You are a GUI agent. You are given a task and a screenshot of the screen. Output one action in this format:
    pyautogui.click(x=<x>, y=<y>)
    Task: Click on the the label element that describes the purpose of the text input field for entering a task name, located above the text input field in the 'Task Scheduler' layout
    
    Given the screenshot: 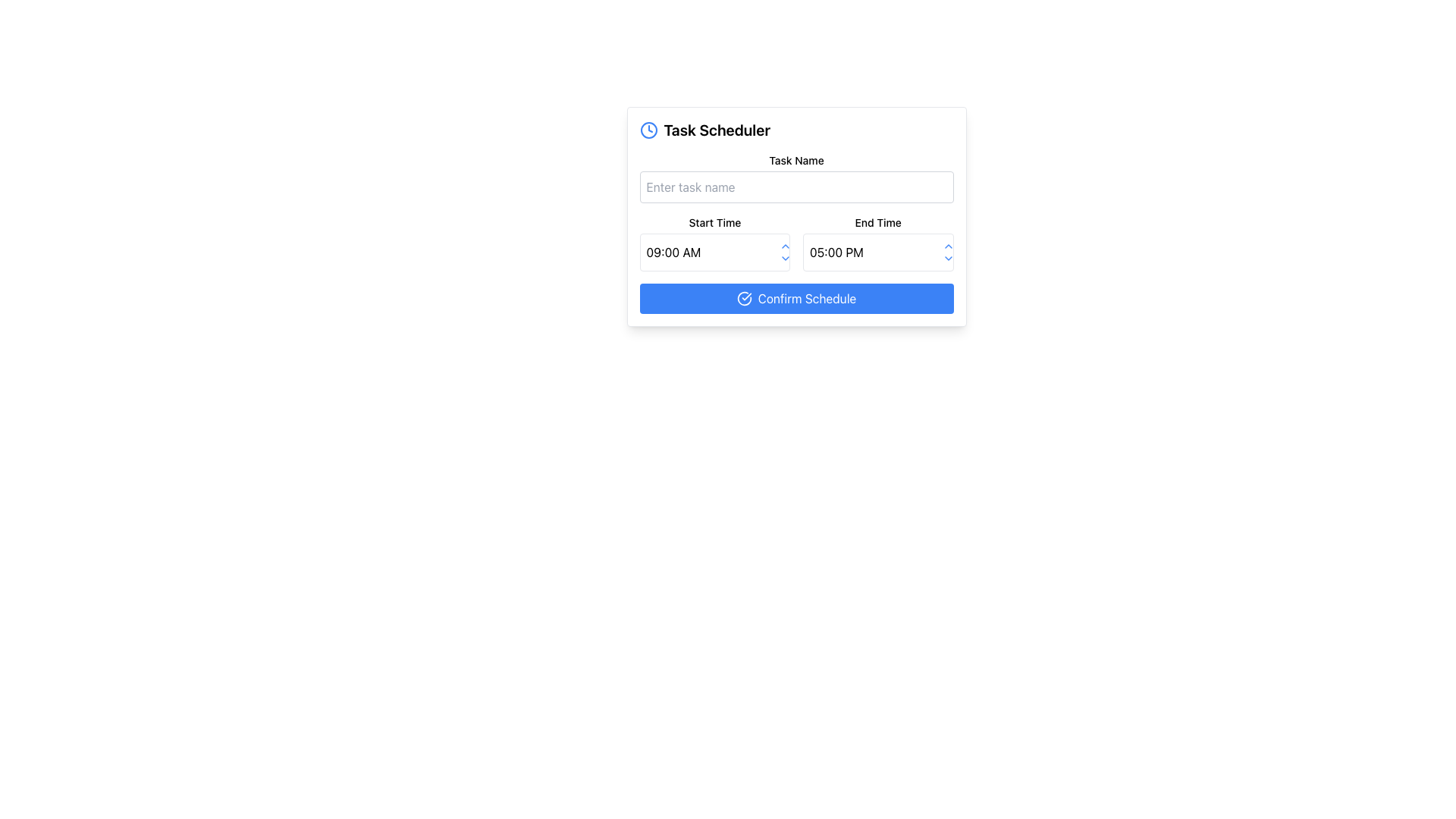 What is the action you would take?
    pyautogui.click(x=795, y=161)
    